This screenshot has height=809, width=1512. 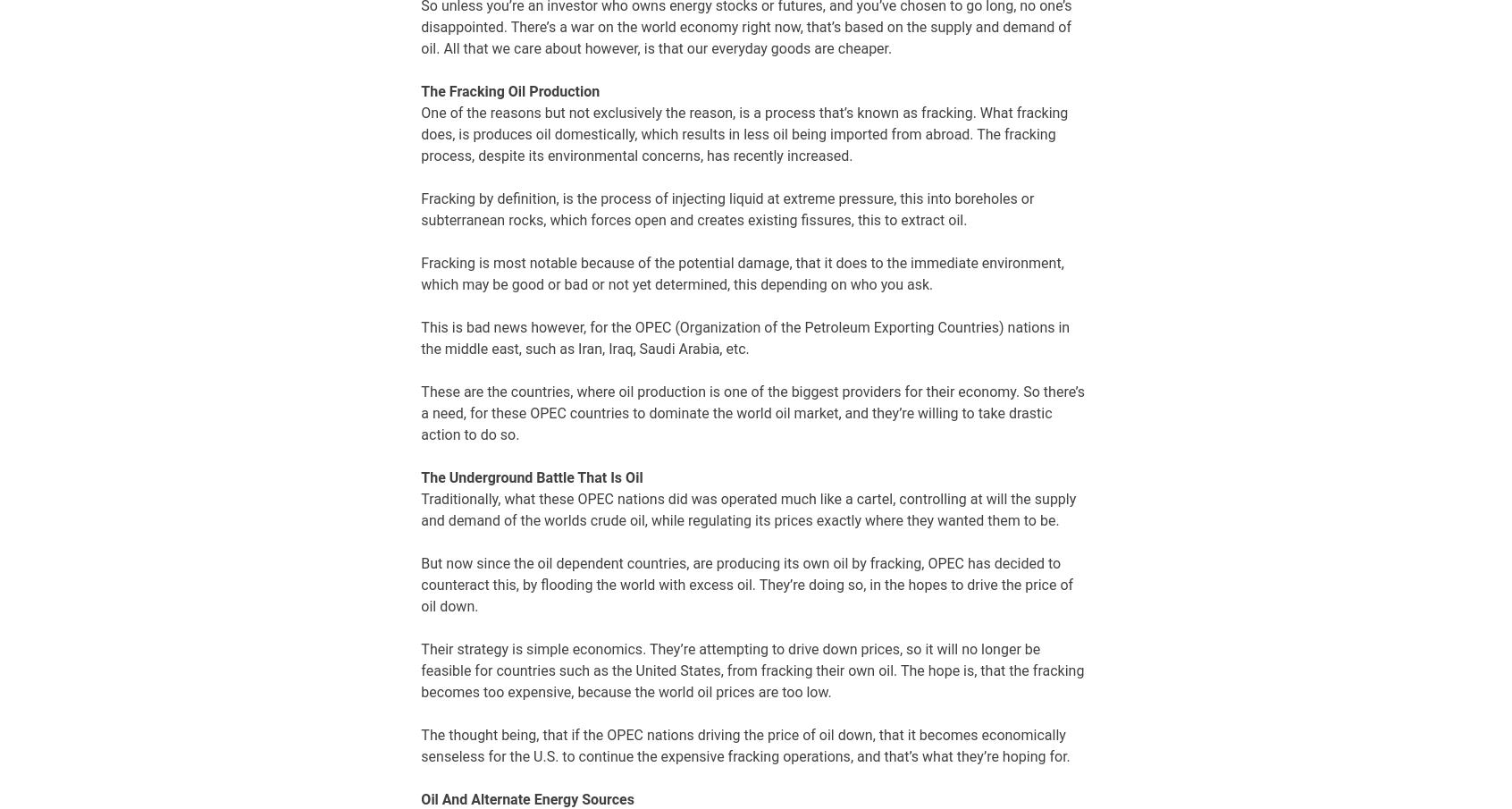 I want to click on 'The Fracking Oil Production', so click(x=509, y=89).